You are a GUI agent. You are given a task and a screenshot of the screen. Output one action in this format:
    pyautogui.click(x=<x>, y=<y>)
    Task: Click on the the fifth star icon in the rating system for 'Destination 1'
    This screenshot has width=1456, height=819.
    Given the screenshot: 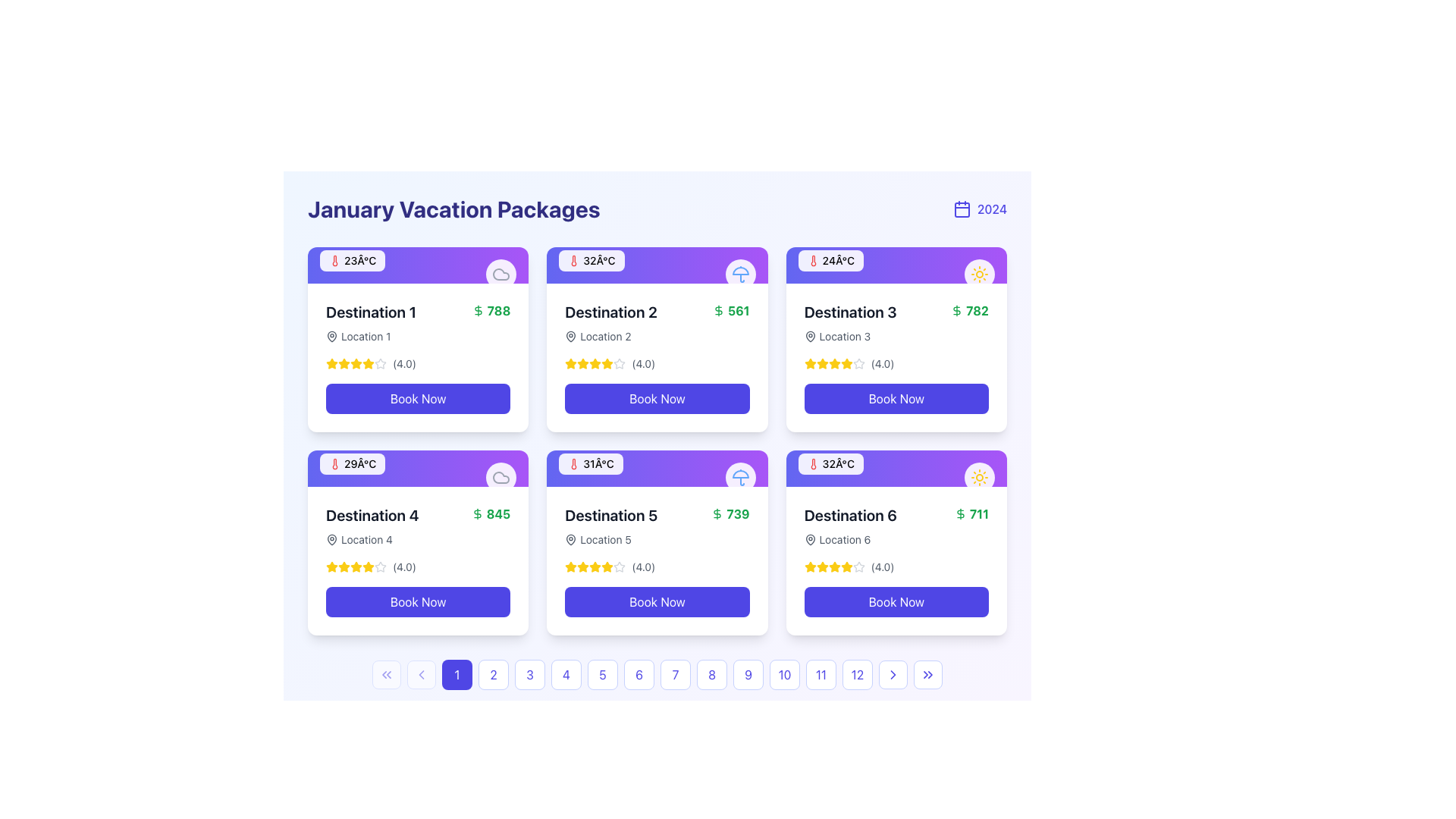 What is the action you would take?
    pyautogui.click(x=381, y=363)
    